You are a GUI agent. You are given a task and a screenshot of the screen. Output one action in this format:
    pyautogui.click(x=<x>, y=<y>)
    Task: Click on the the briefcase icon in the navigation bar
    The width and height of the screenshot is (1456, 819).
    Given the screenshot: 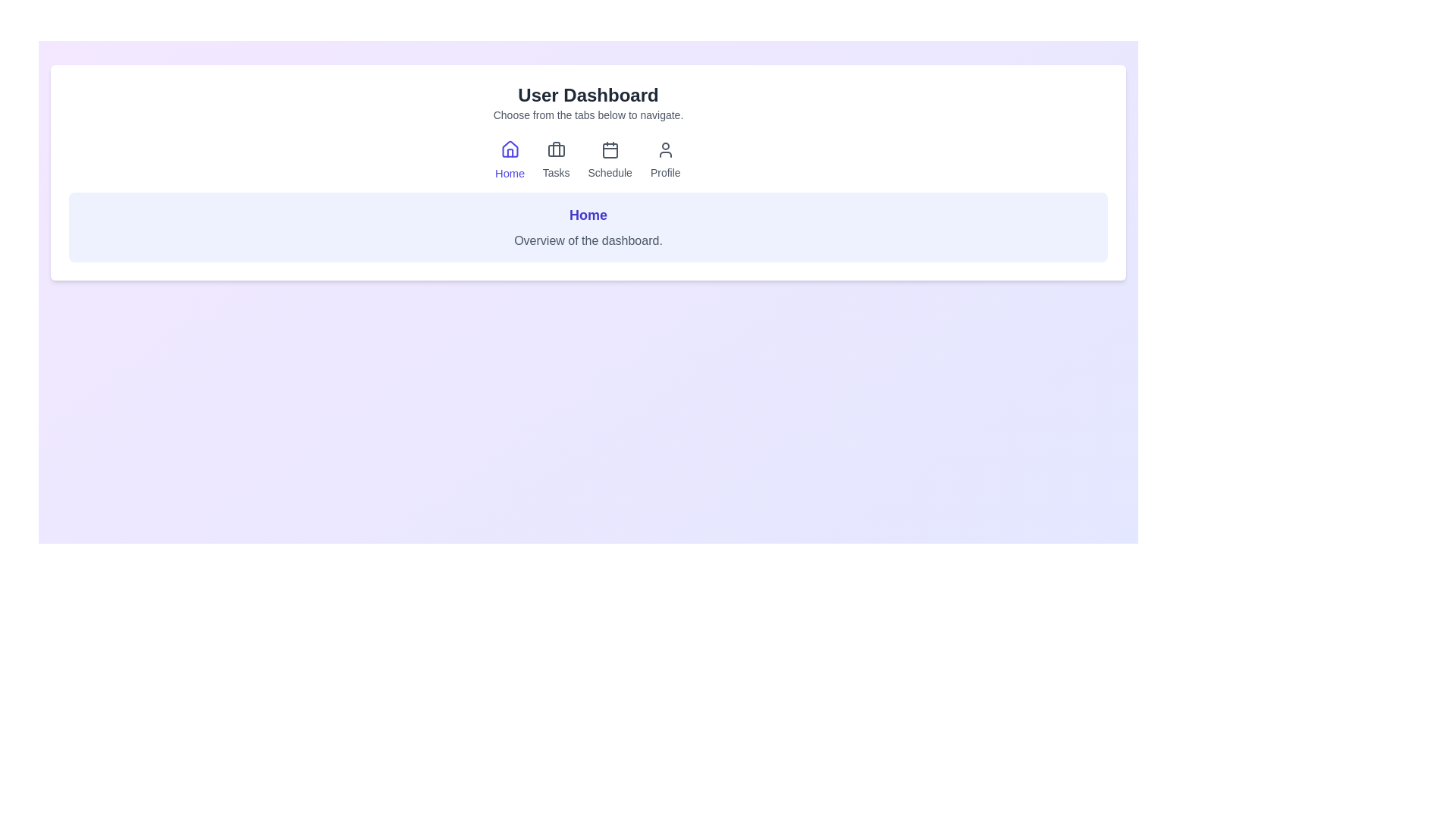 What is the action you would take?
    pyautogui.click(x=555, y=149)
    